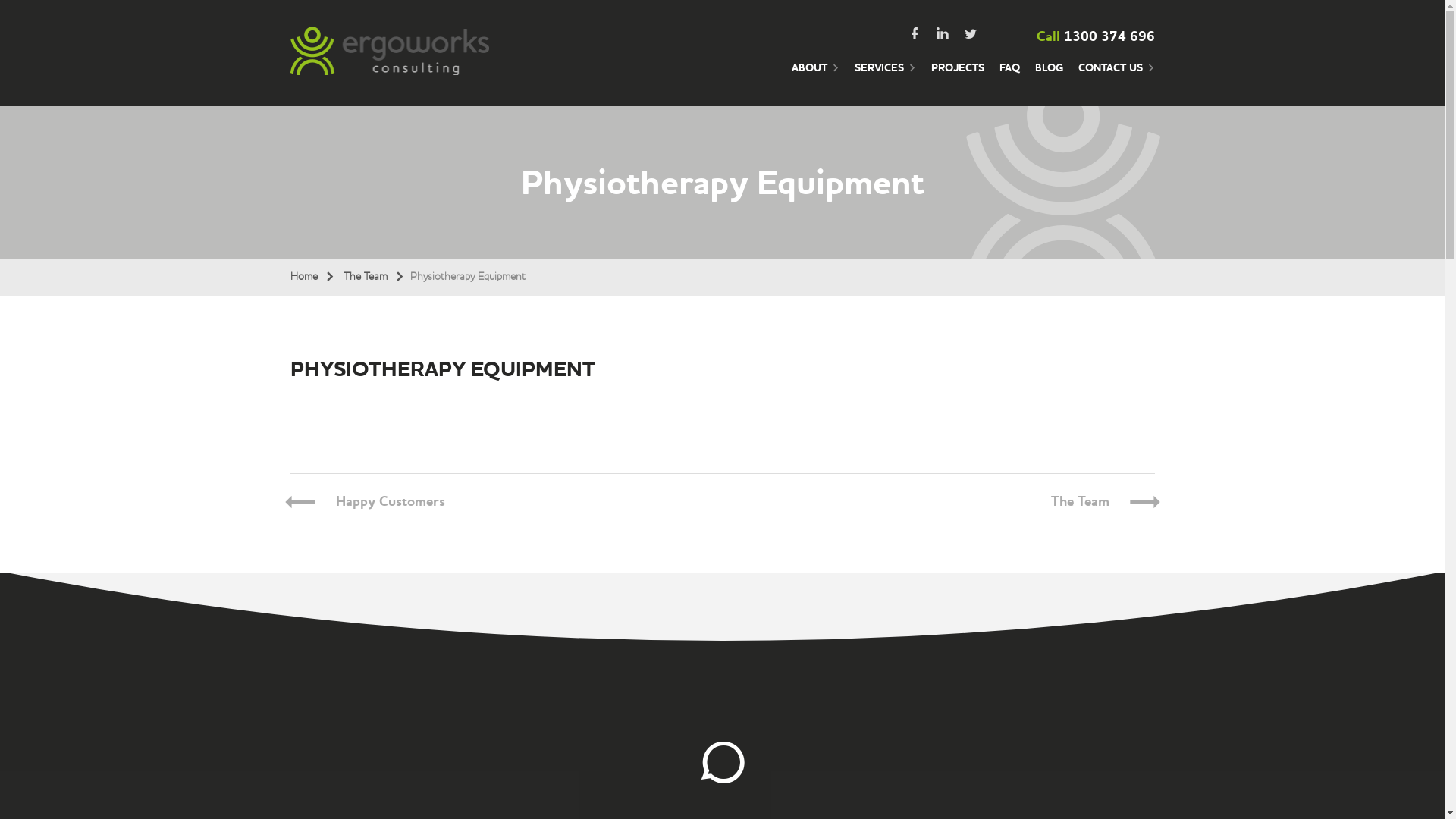  What do you see at coordinates (1109, 35) in the screenshot?
I see `'1300 374 696'` at bounding box center [1109, 35].